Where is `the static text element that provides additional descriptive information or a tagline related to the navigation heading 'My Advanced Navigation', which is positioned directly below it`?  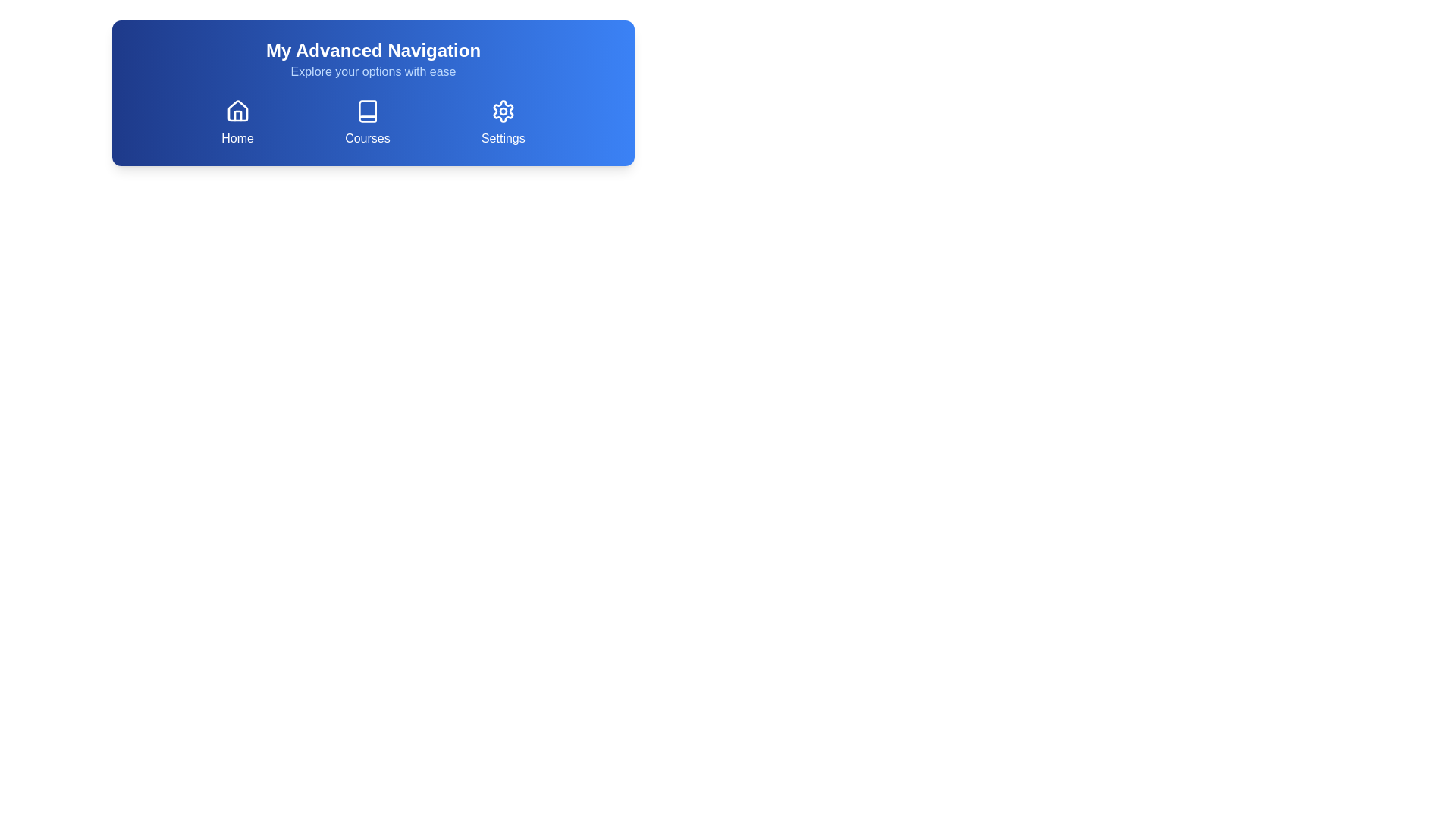
the static text element that provides additional descriptive information or a tagline related to the navigation heading 'My Advanced Navigation', which is positioned directly below it is located at coordinates (373, 72).